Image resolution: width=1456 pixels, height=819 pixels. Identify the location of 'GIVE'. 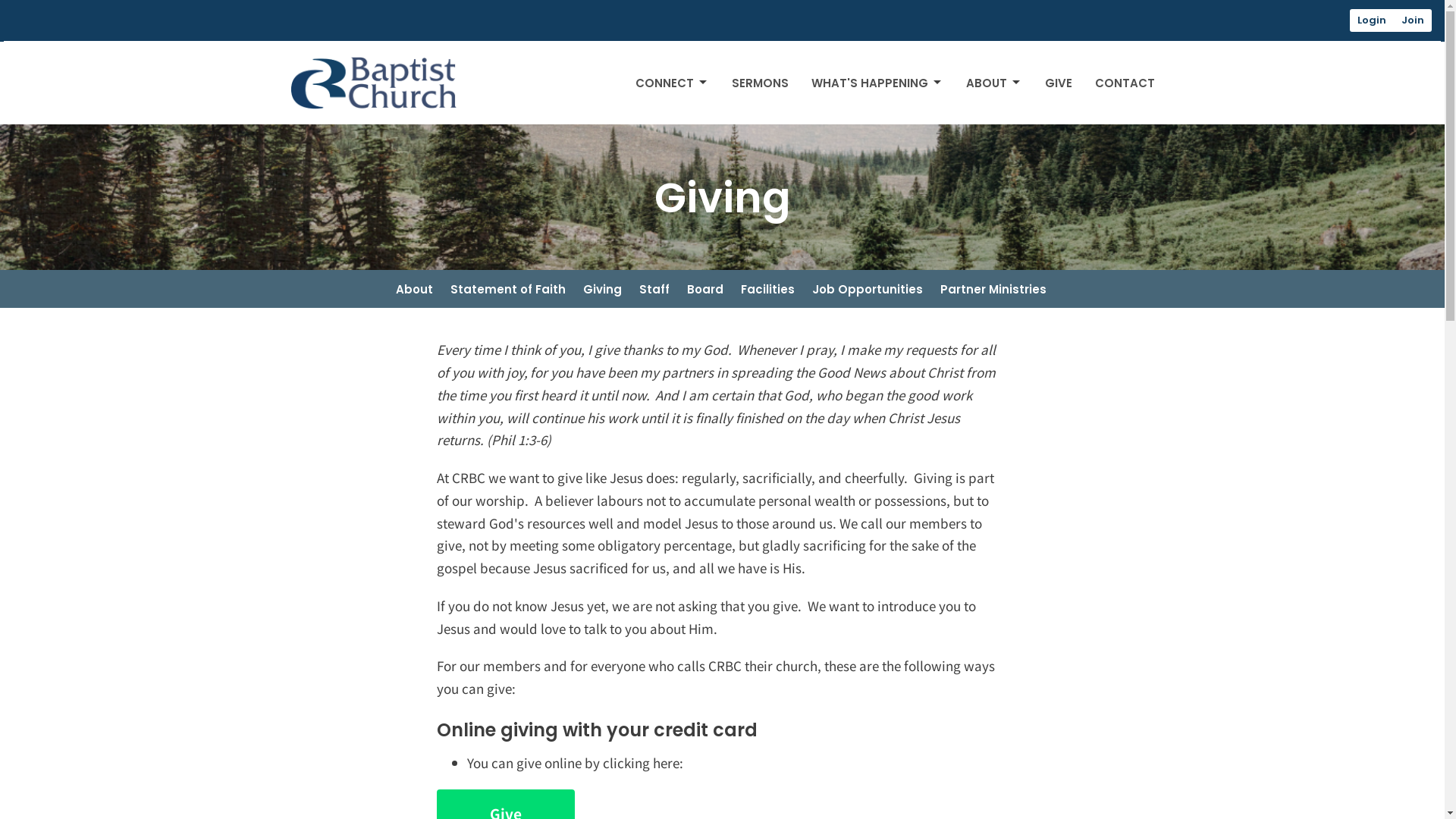
(1058, 83).